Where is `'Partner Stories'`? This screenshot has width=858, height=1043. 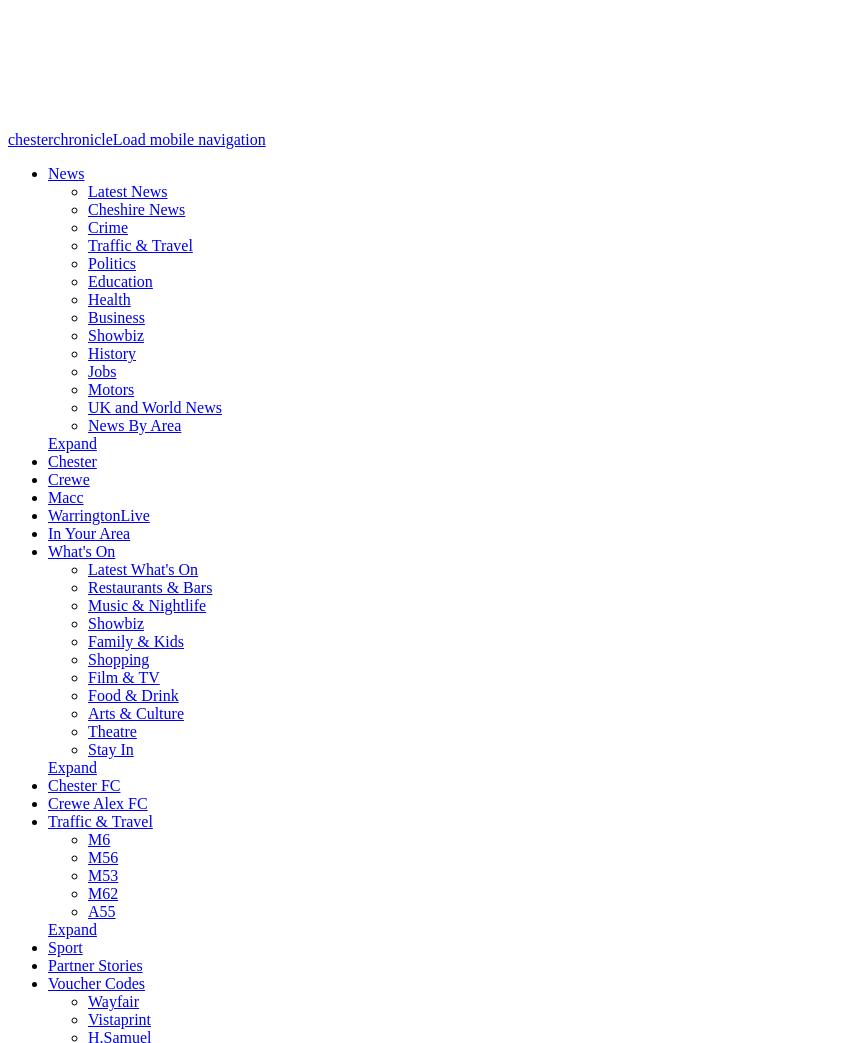
'Partner Stories' is located at coordinates (94, 964).